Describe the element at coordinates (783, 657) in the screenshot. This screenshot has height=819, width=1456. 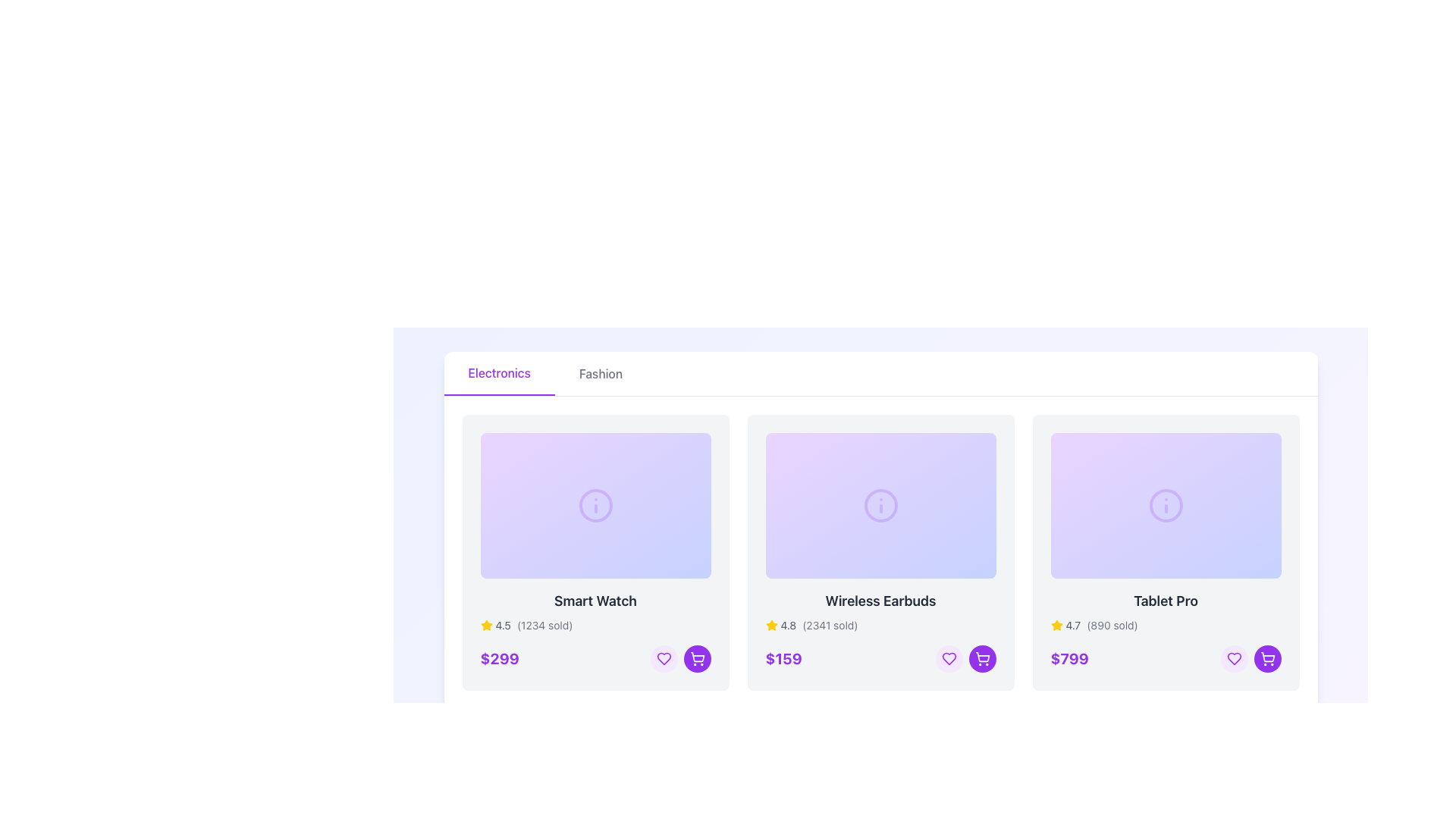
I see `the price label for the 'Wireless Earbuds' product, located in the center section of the second product card from the left` at that location.